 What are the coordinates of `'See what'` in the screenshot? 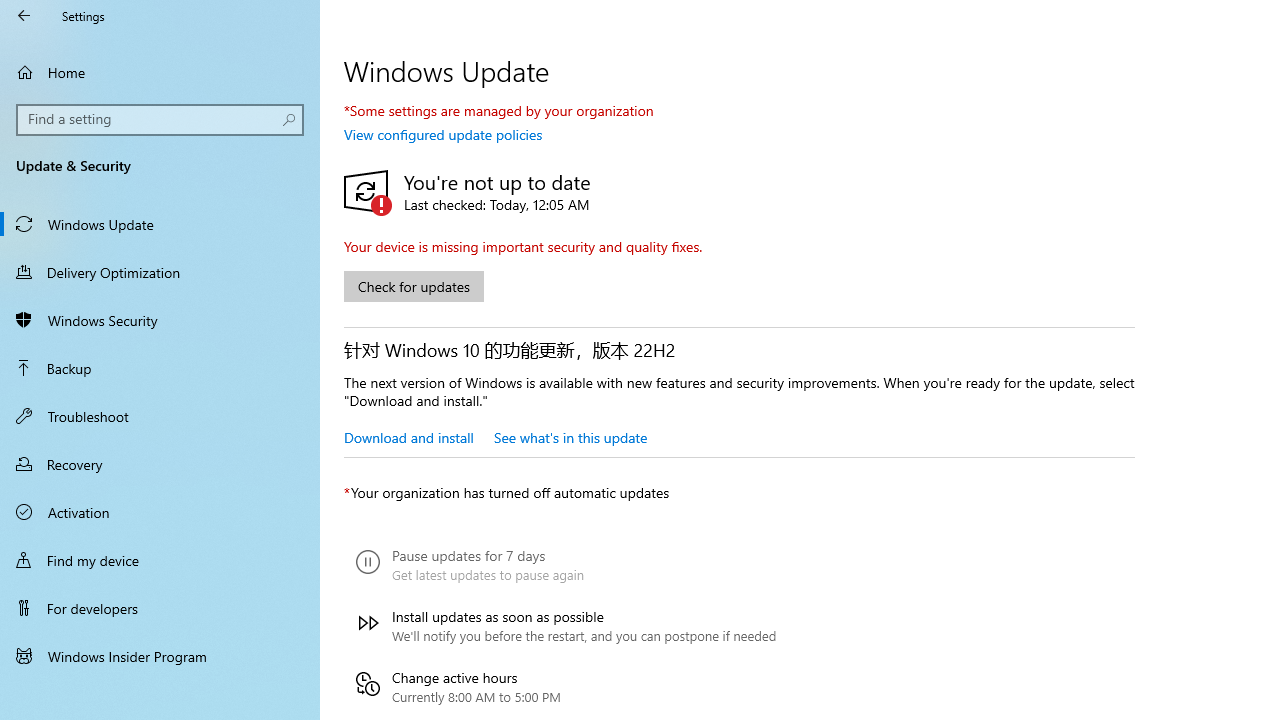 It's located at (569, 436).